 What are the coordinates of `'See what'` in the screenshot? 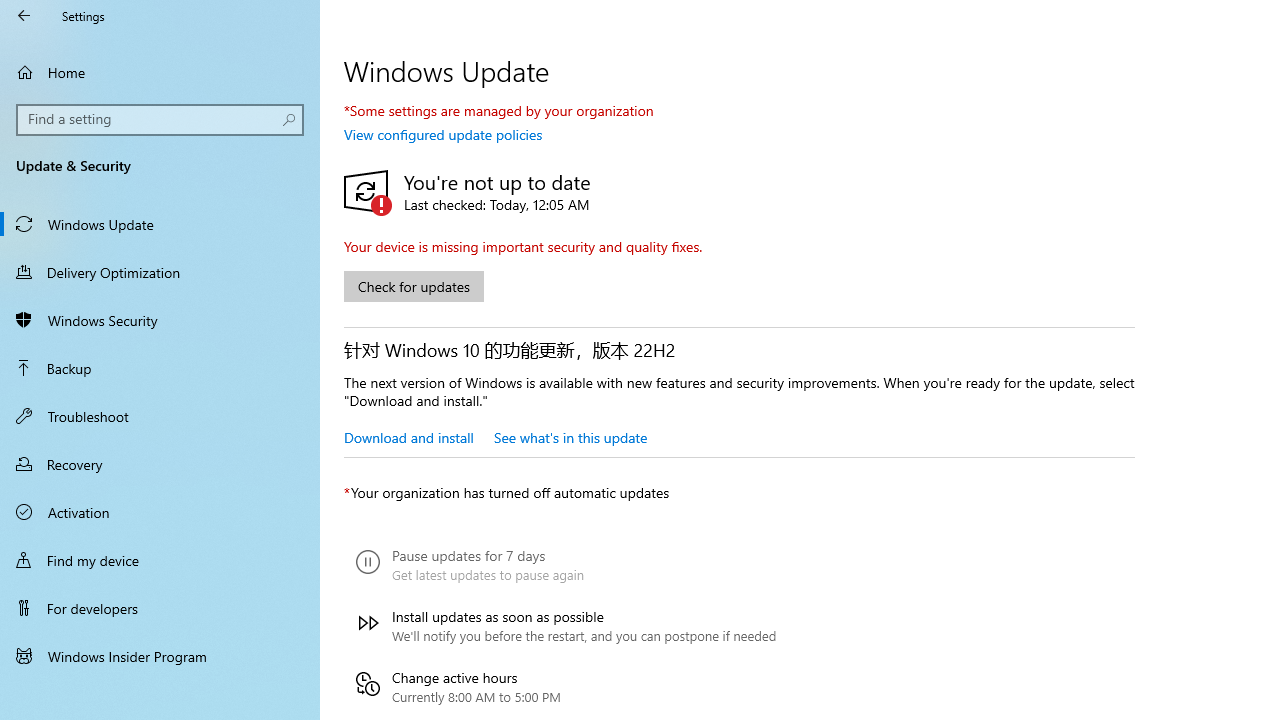 It's located at (569, 436).